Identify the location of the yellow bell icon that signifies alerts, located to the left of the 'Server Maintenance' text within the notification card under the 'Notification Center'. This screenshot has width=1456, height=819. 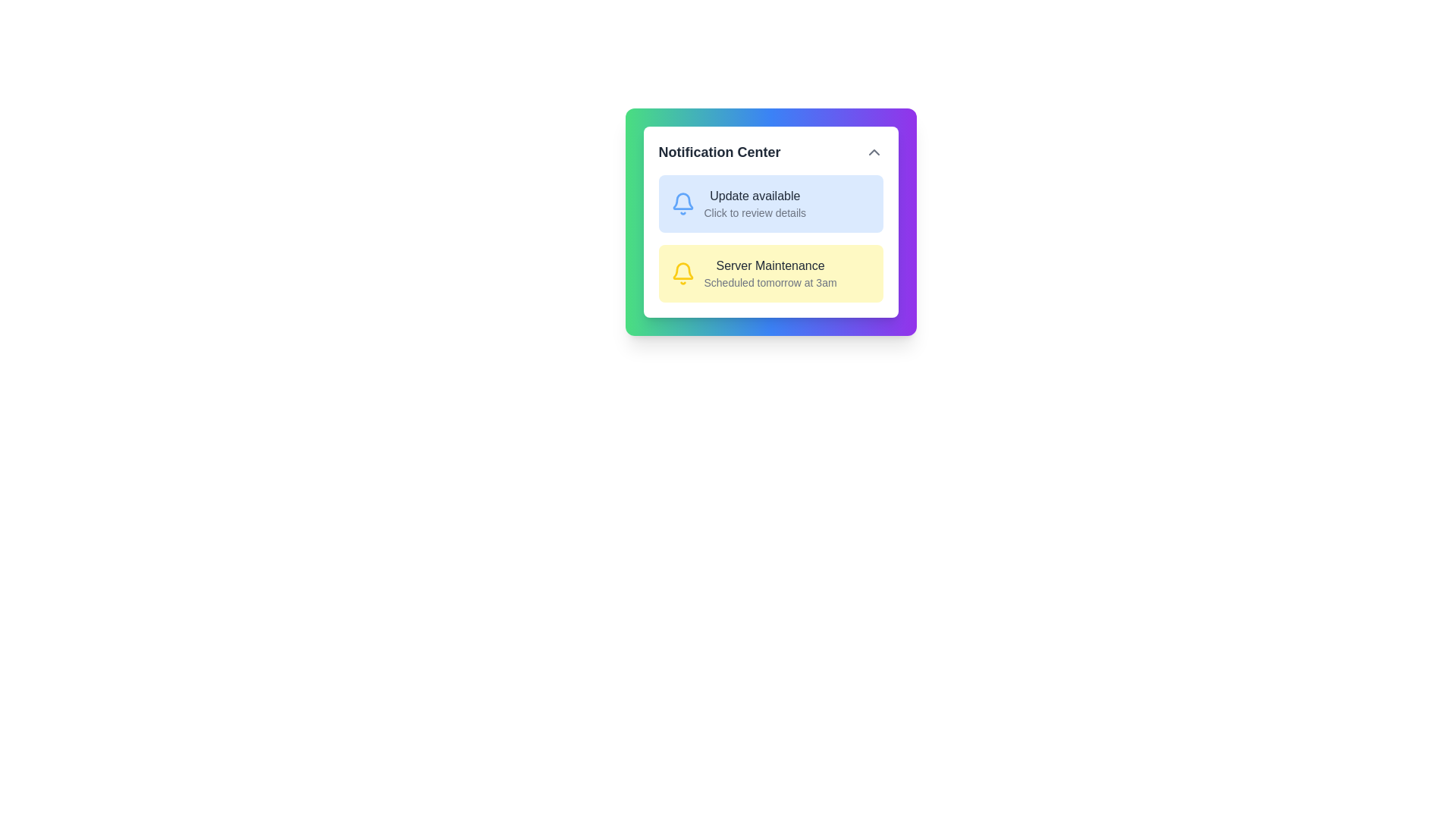
(682, 274).